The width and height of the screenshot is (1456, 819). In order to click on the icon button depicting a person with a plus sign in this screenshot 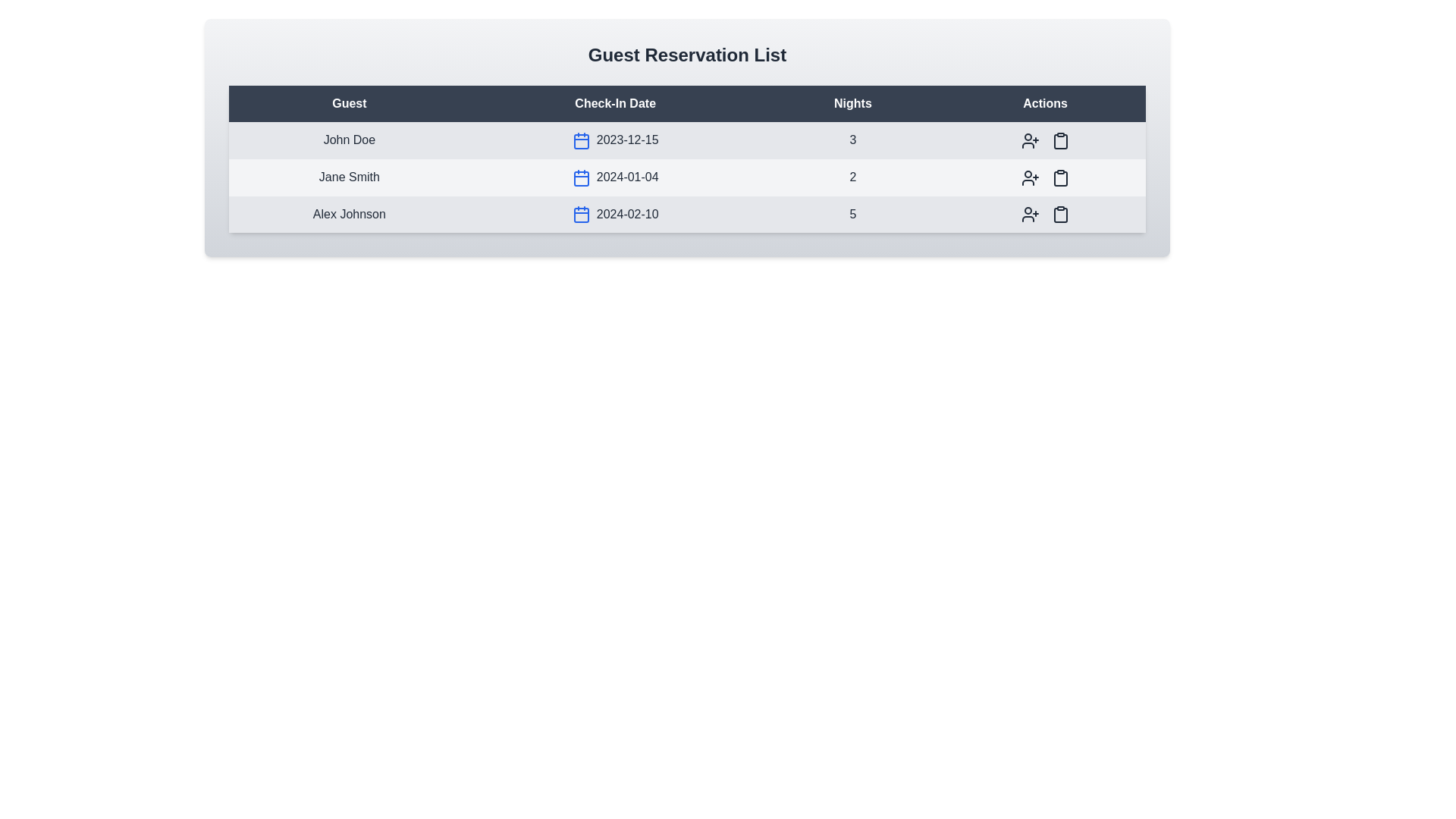, I will do `click(1030, 140)`.